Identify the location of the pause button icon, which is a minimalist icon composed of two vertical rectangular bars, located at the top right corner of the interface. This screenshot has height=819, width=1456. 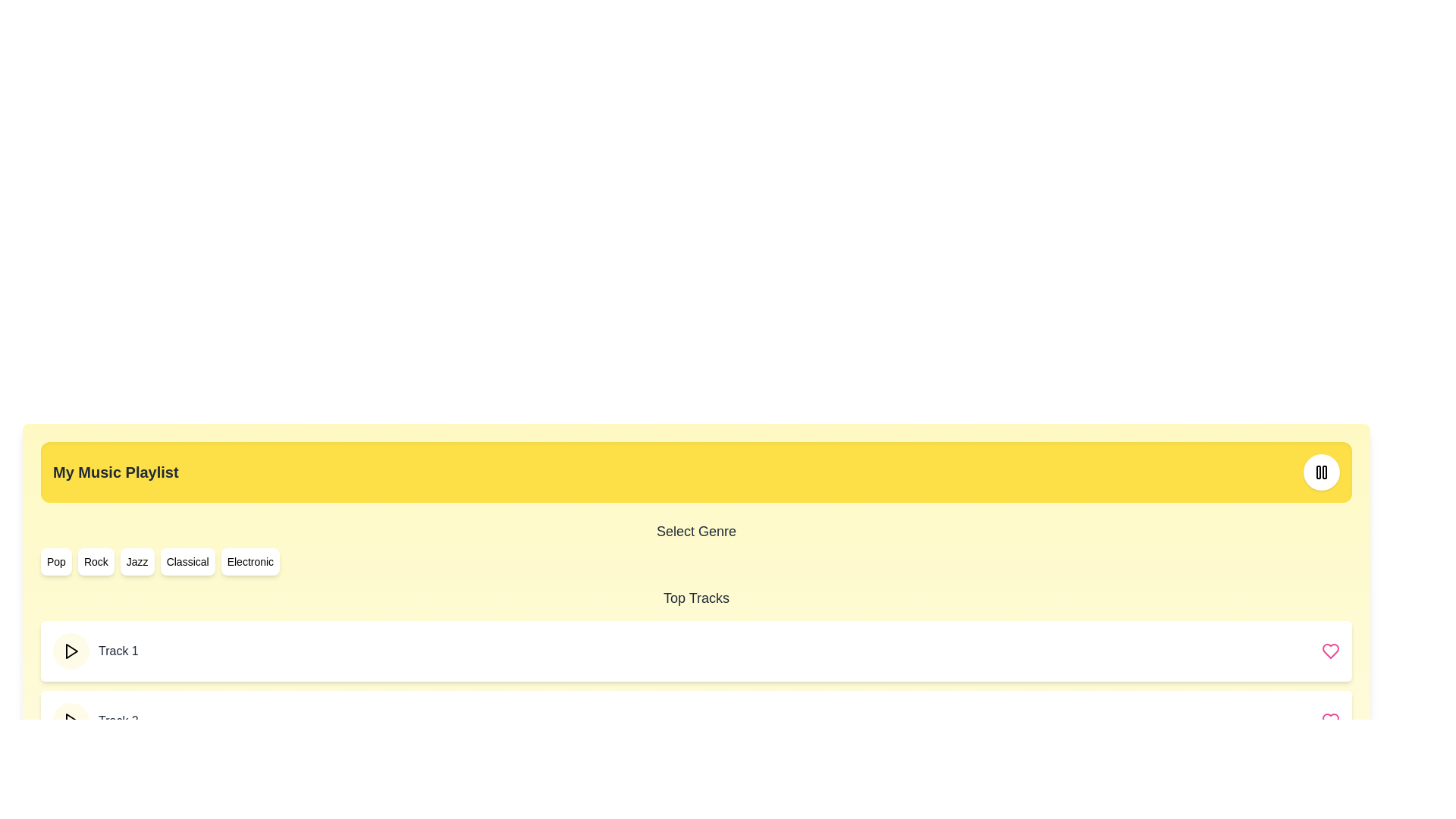
(1320, 472).